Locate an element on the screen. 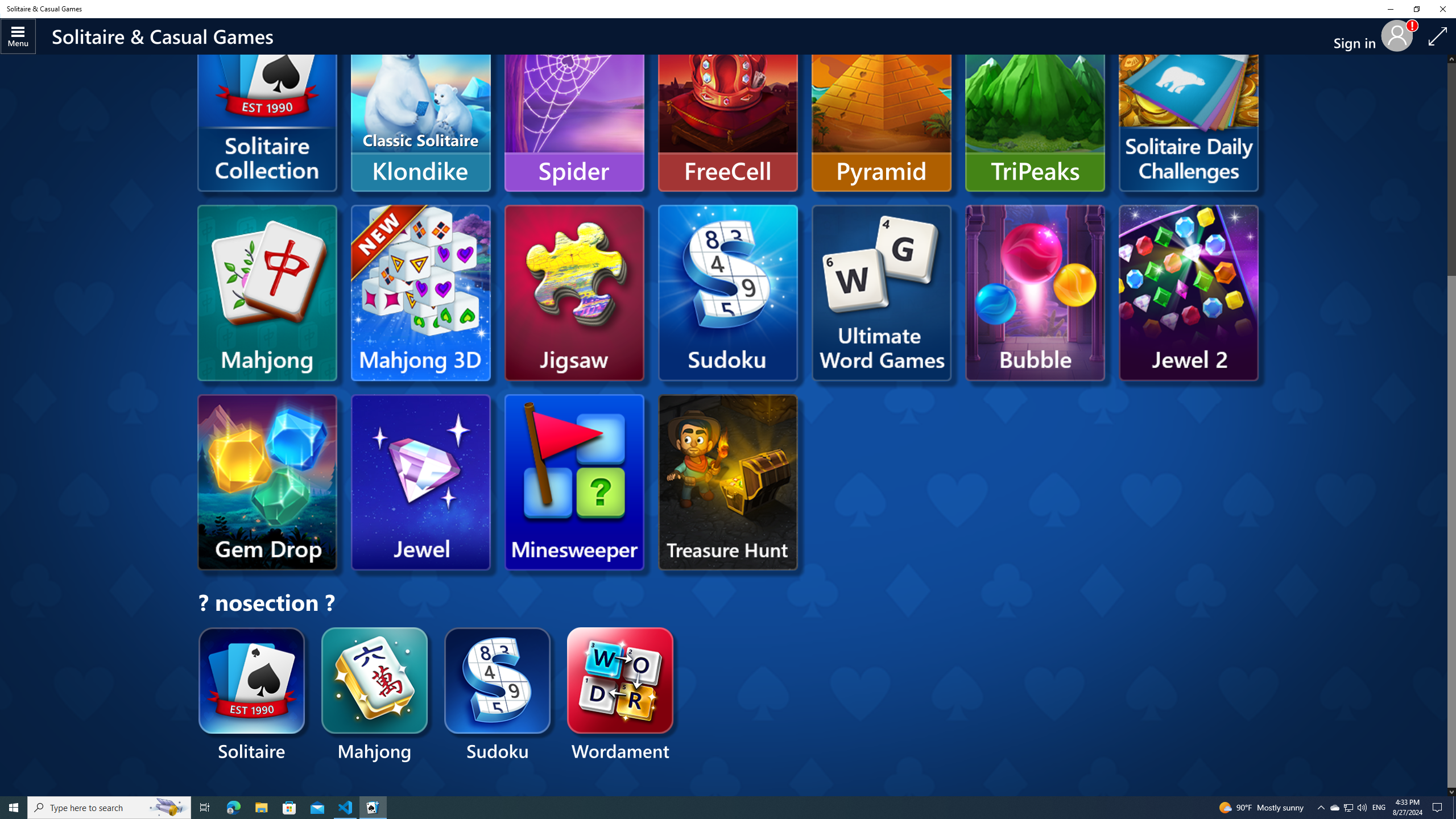 The width and height of the screenshot is (1456, 819). 'Microsoft Jewel 2' is located at coordinates (1187, 292).